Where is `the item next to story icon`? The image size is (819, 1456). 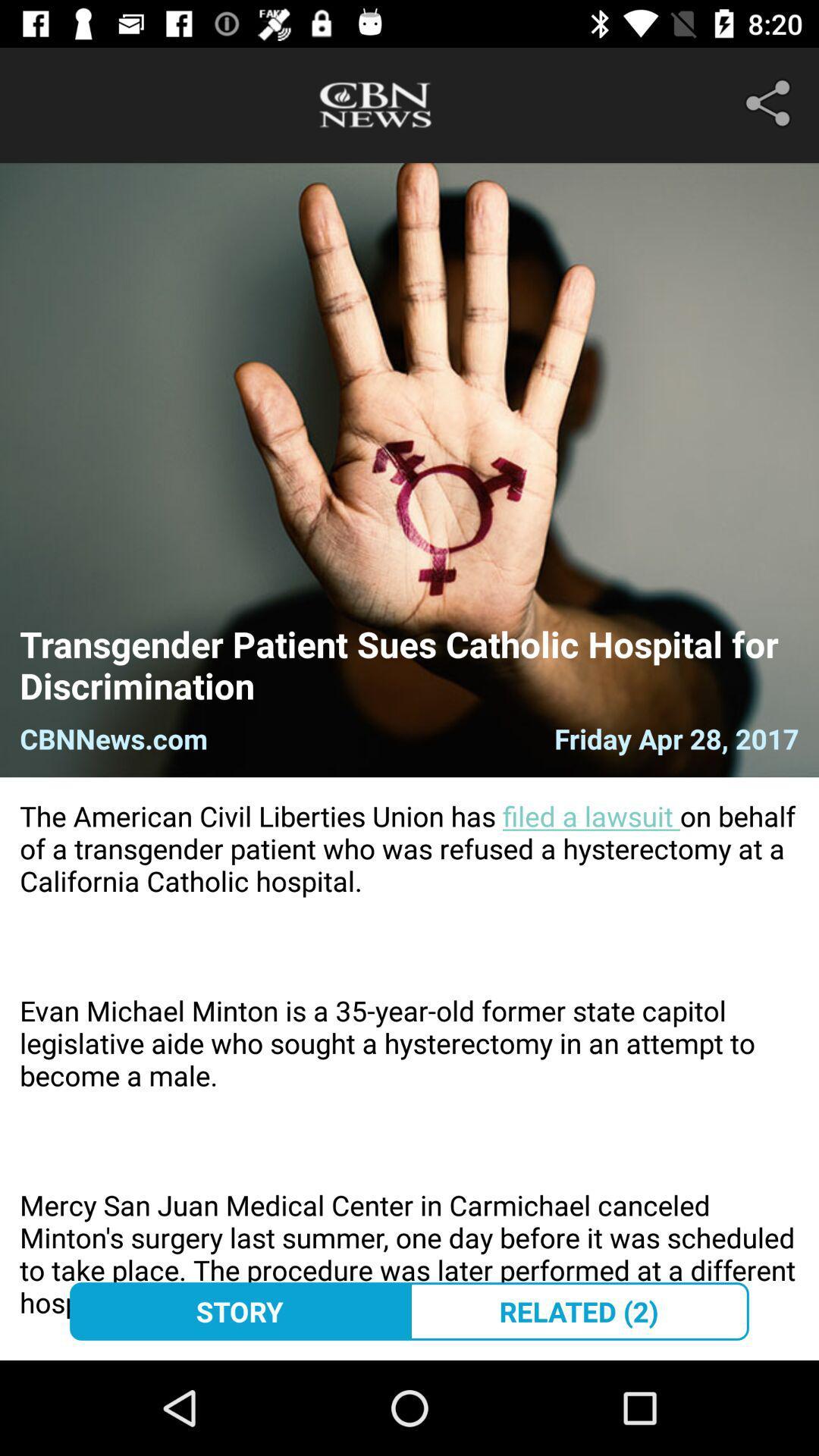 the item next to story icon is located at coordinates (579, 1310).